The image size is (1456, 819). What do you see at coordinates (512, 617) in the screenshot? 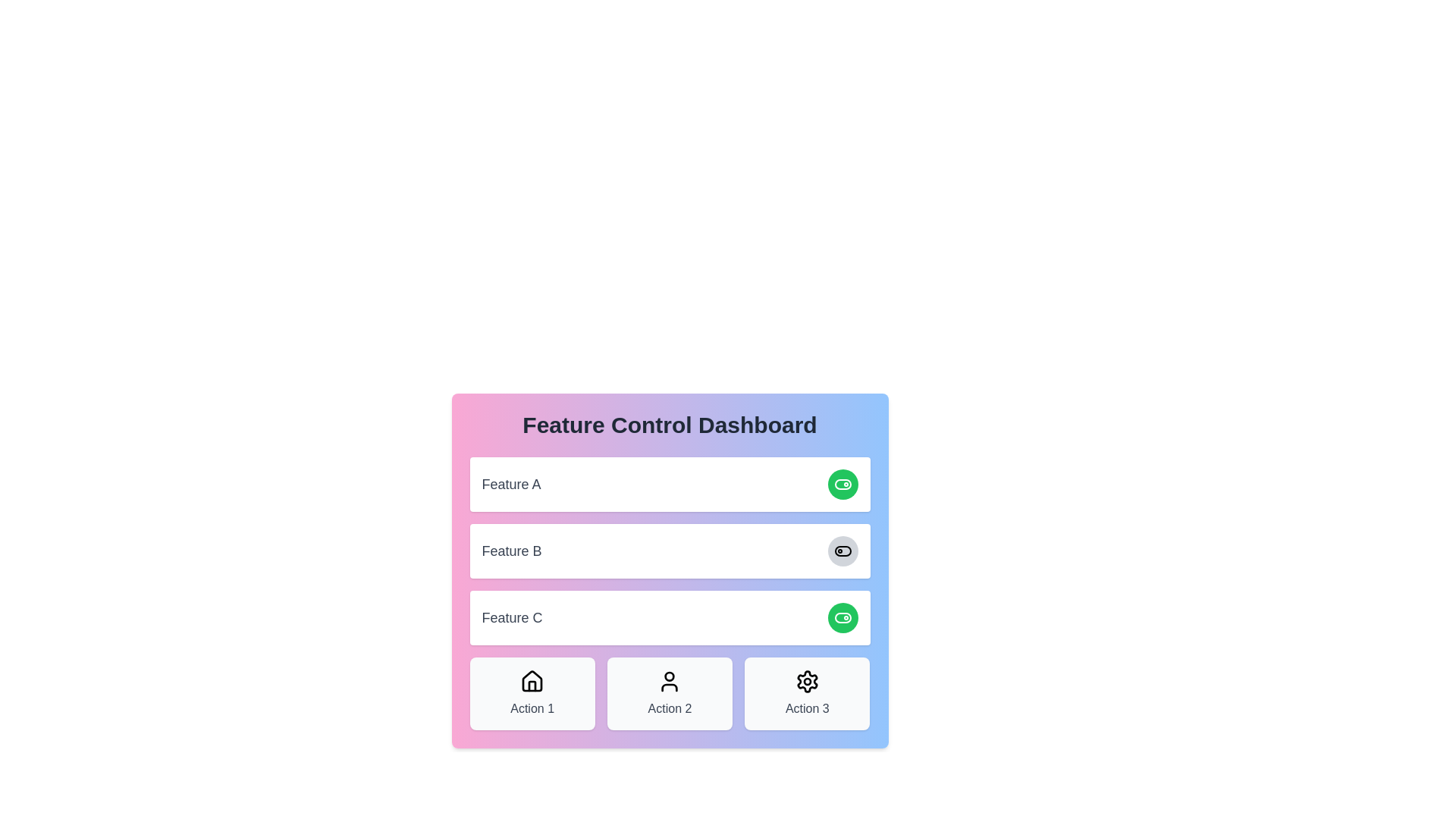
I see `the Text Label located in the third row of the central dashboard widget, which describes the associated feature and is positioned next to an interactive green circular button` at bounding box center [512, 617].